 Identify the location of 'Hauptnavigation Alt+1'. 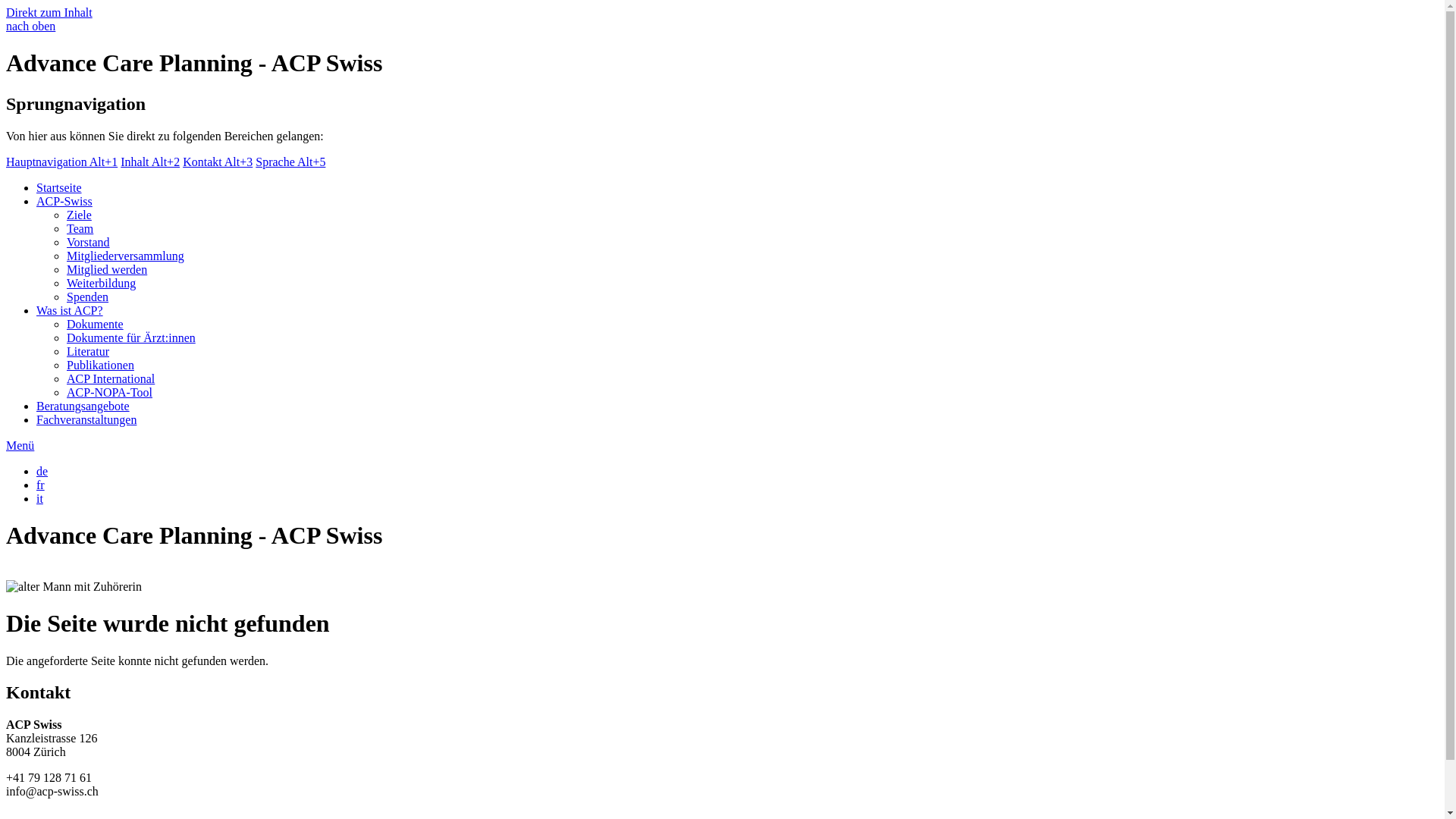
(61, 162).